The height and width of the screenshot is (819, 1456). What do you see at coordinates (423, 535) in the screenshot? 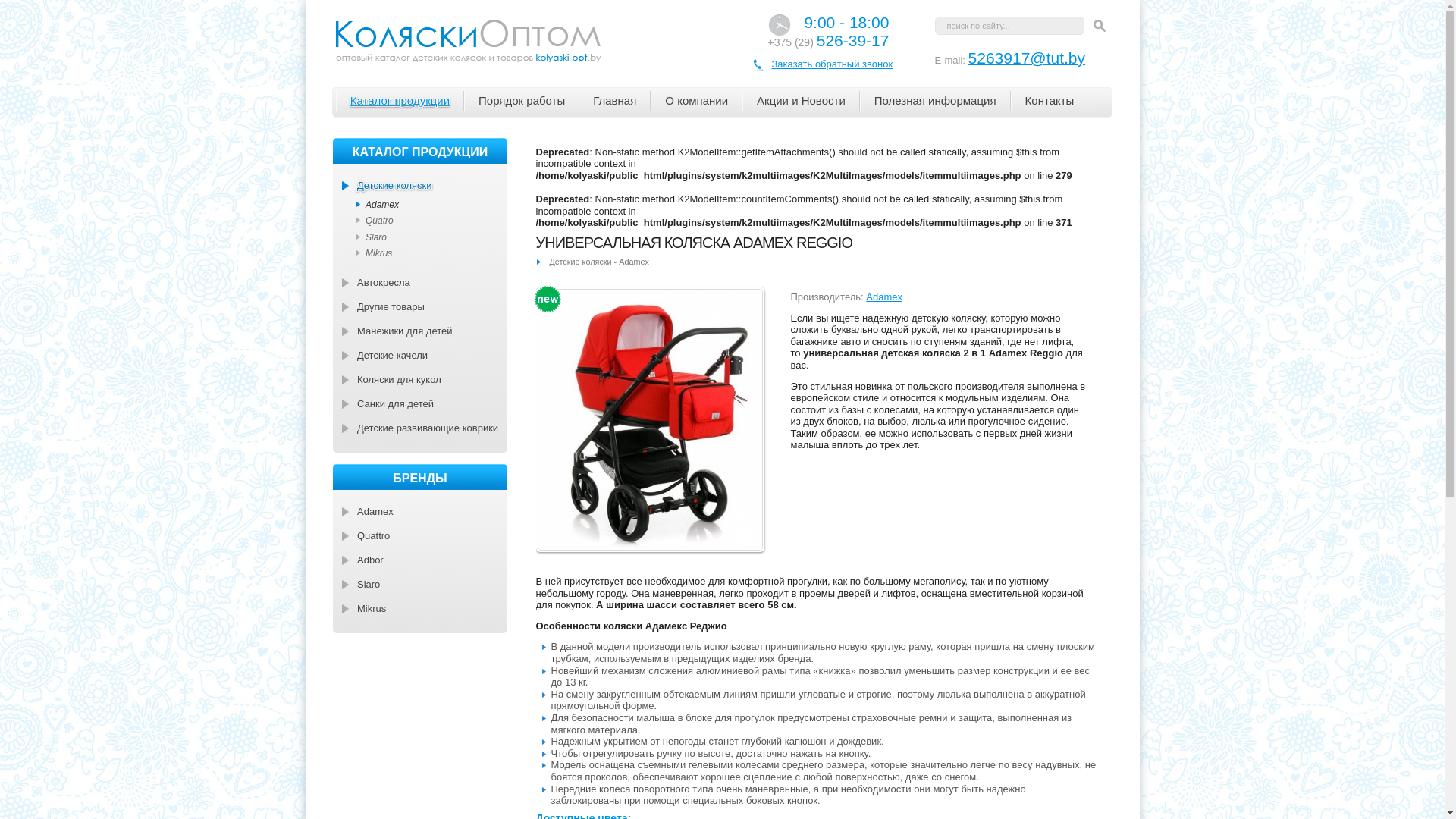
I see `'Quattro'` at bounding box center [423, 535].